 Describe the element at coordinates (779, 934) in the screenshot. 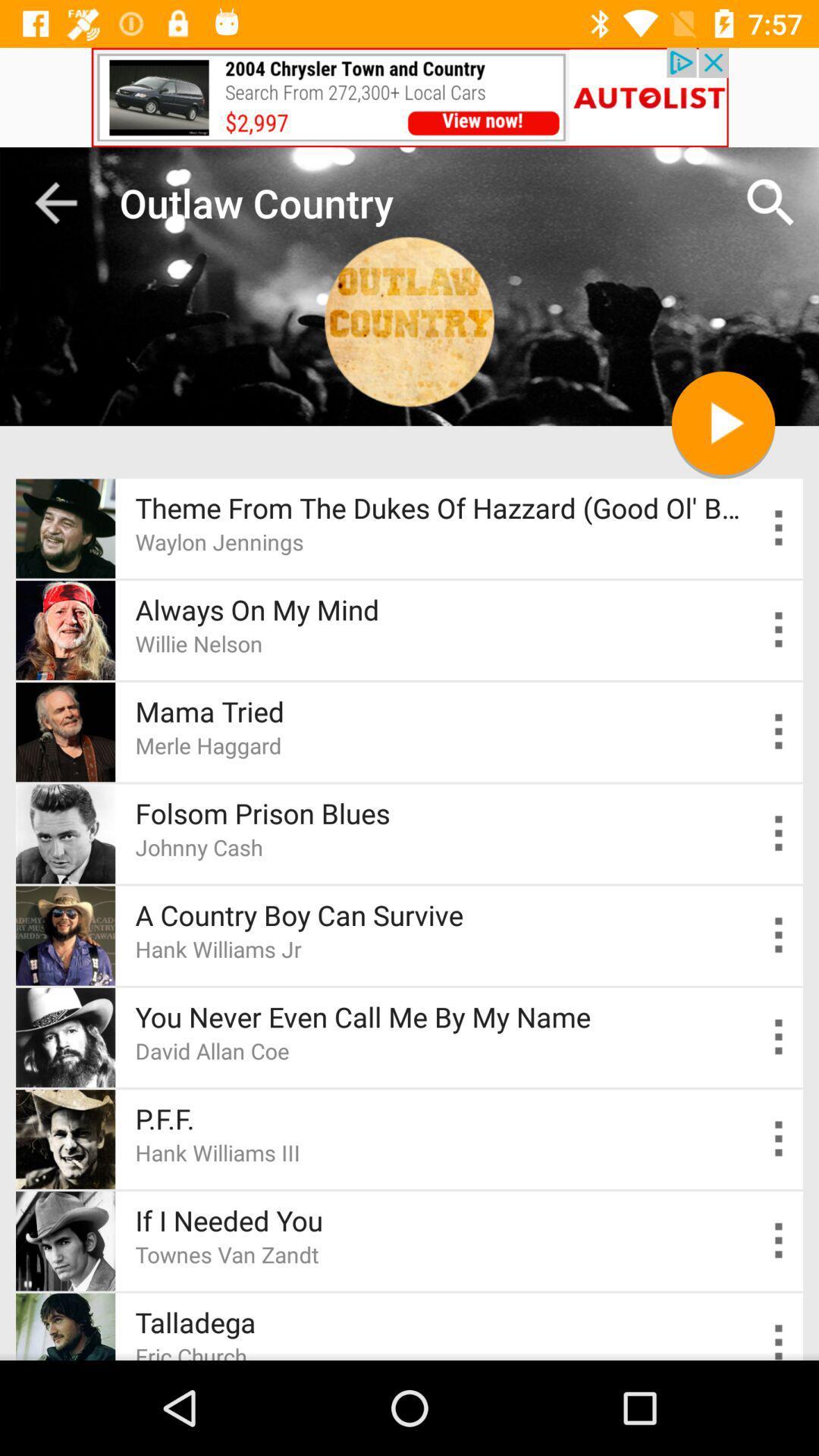

I see `options setting` at that location.